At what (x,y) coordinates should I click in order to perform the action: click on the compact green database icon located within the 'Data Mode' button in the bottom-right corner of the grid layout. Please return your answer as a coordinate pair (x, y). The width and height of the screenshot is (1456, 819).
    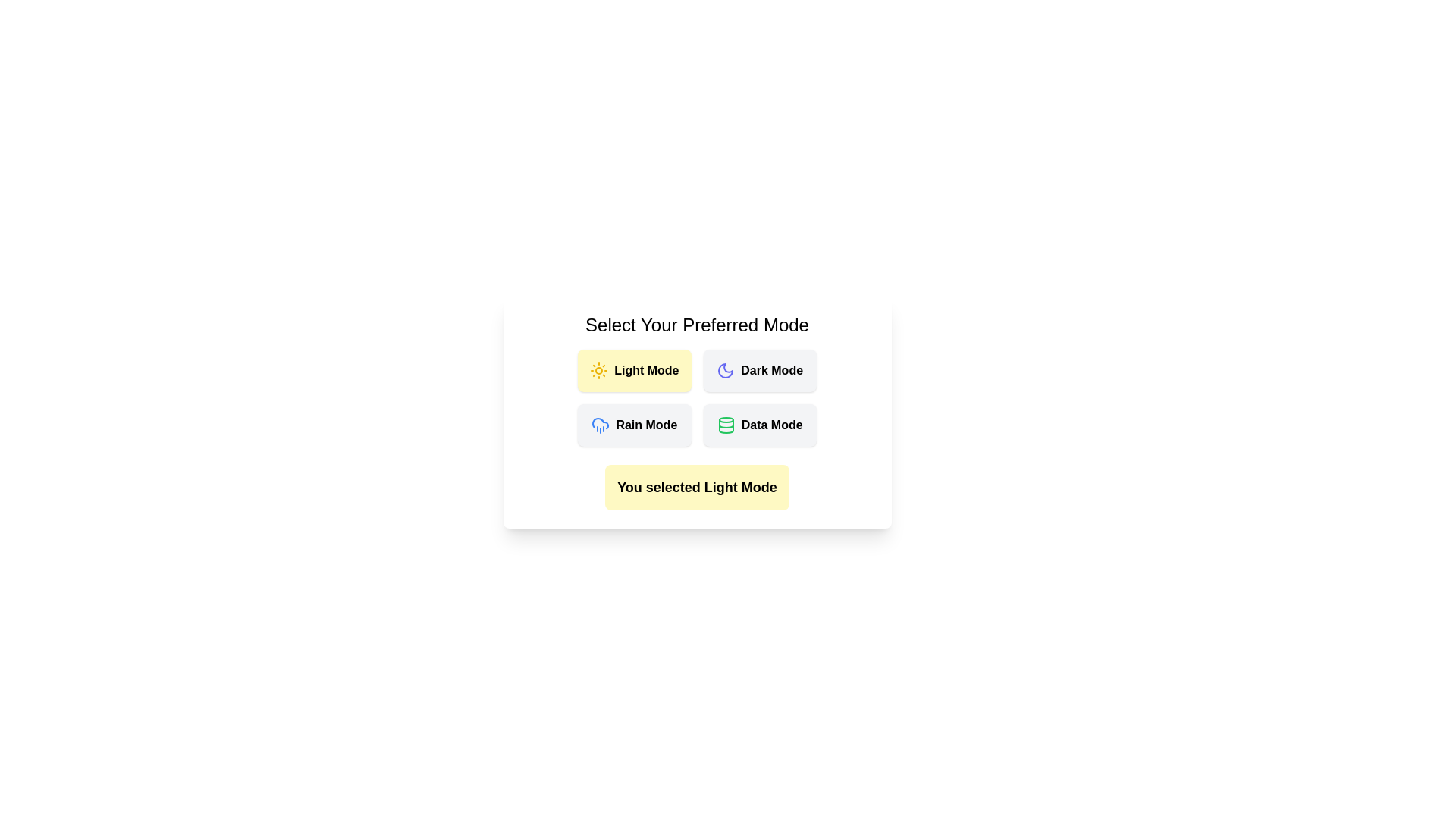
    Looking at the image, I should click on (725, 425).